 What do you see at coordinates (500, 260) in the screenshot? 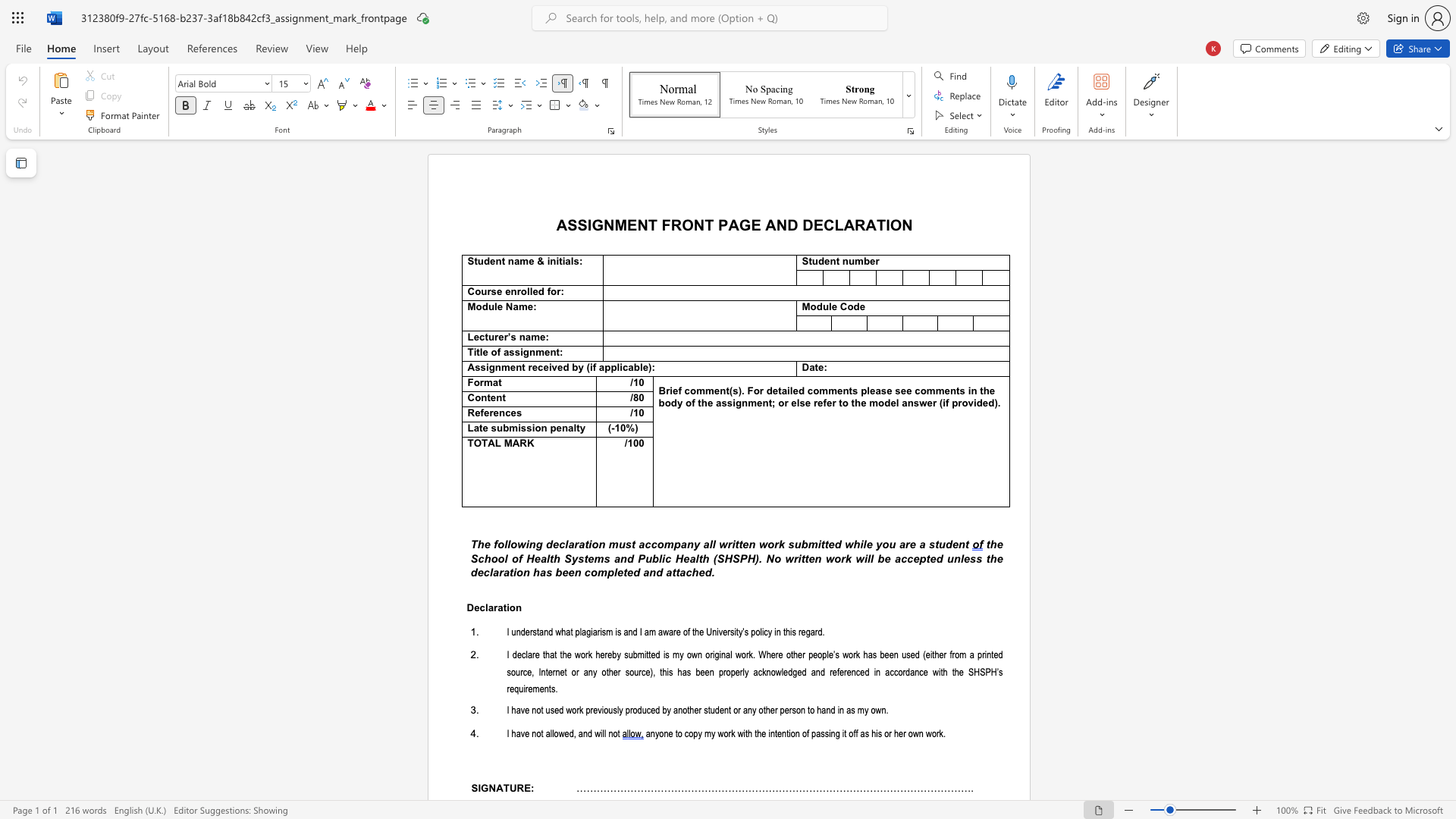
I see `the space between the continuous character "n" and "t" in the text` at bounding box center [500, 260].